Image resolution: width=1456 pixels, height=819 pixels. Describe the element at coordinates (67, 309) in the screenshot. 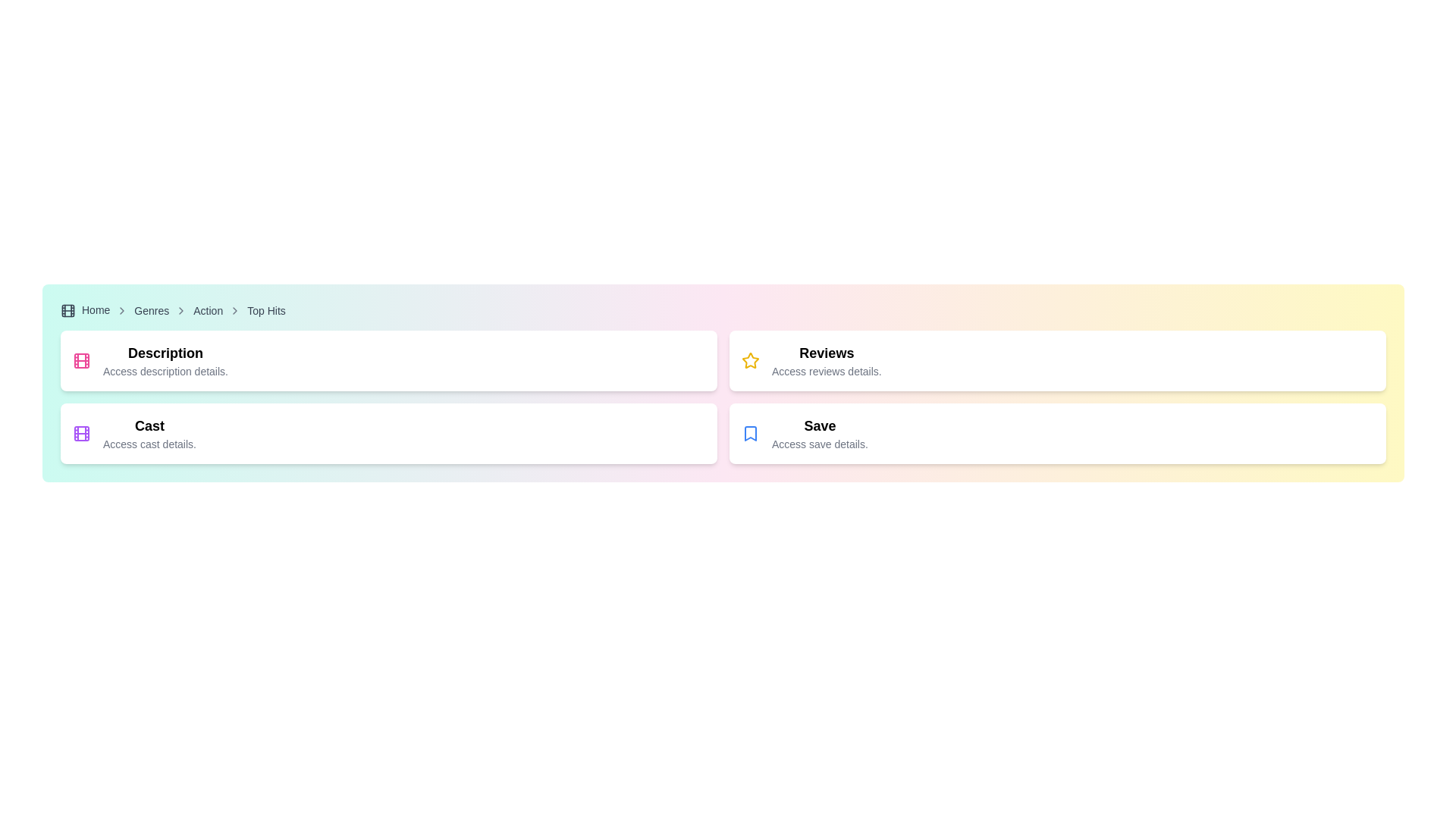

I see `the central part of the film icon located at the top-left corner of the page, which symbolizes a single frame within the illustrated film strip` at that location.